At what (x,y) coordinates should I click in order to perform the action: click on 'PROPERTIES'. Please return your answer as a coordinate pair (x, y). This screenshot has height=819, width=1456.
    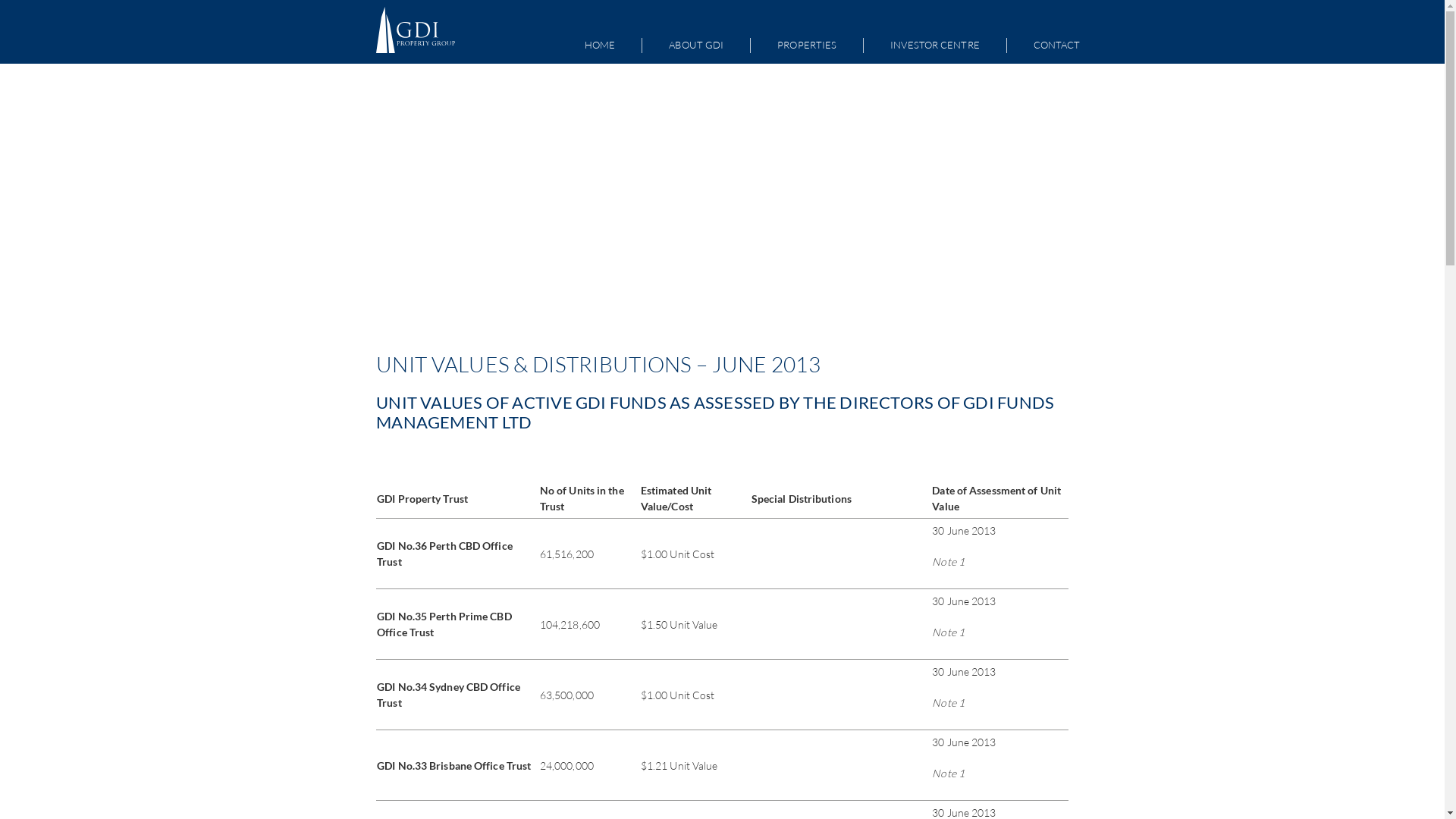
    Looking at the image, I should click on (806, 45).